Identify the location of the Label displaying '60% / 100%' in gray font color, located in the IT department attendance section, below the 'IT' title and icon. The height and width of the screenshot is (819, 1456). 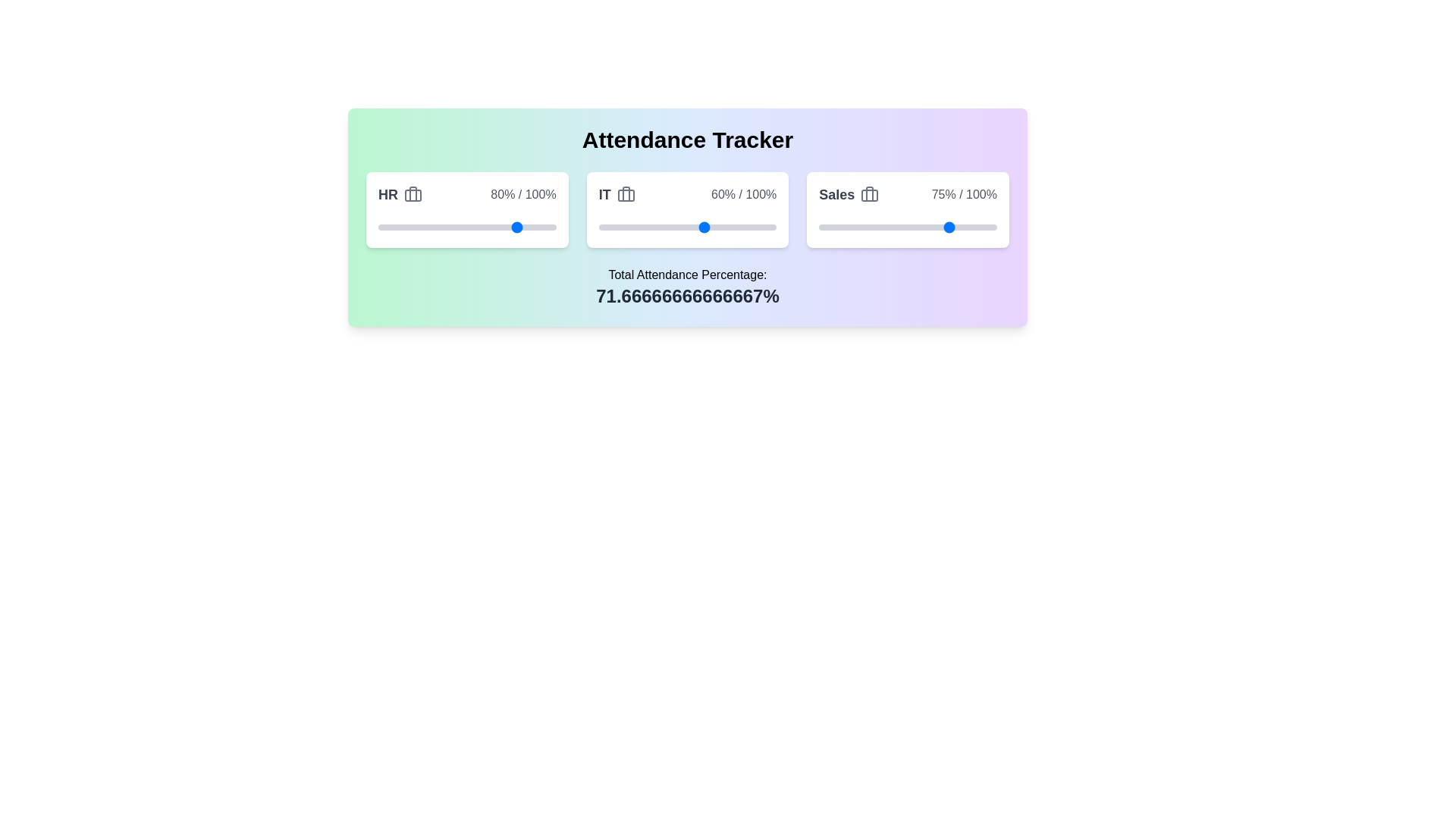
(744, 194).